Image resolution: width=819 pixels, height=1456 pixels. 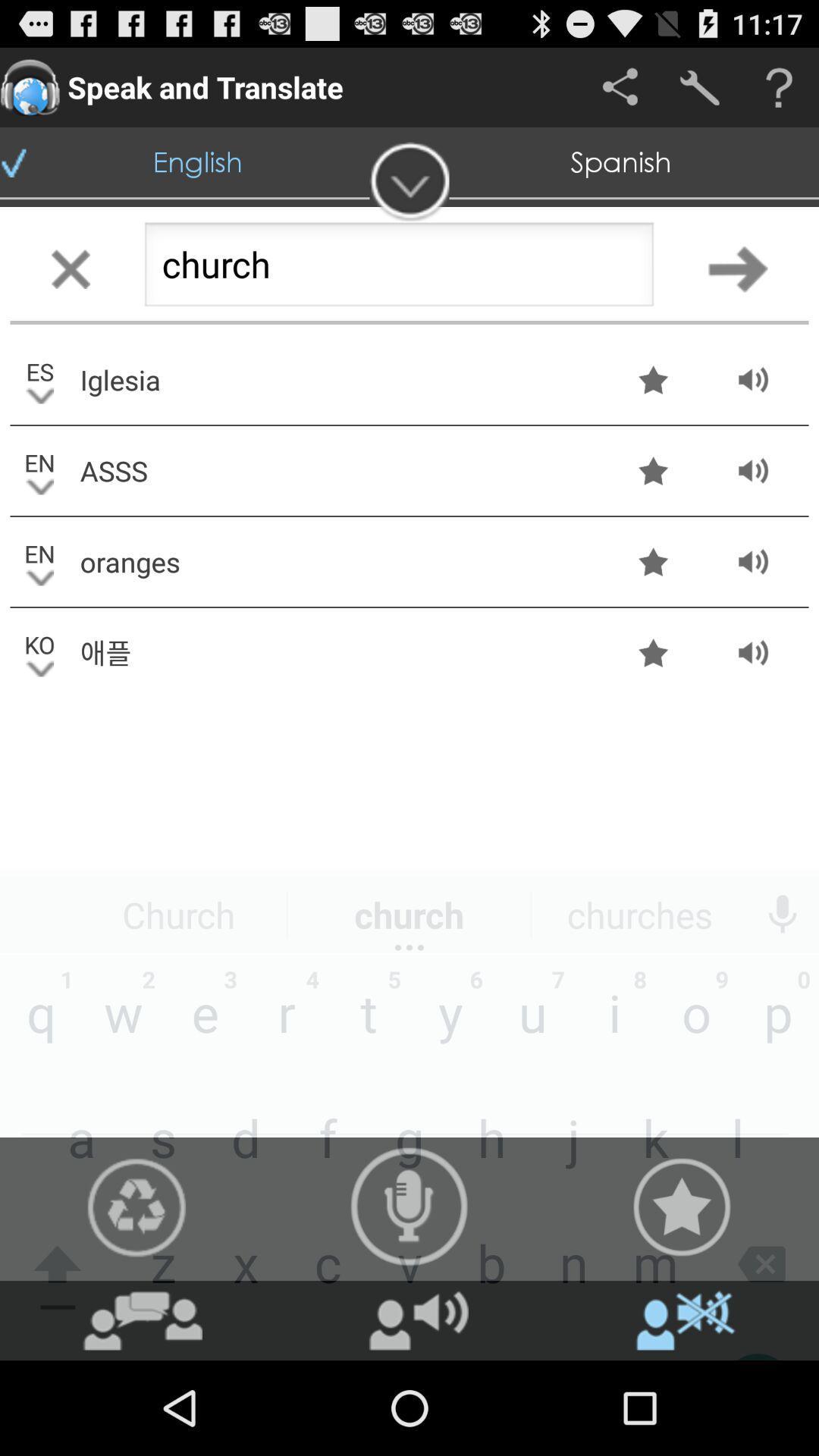 What do you see at coordinates (753, 379) in the screenshot?
I see `the volume icon of iglesia` at bounding box center [753, 379].